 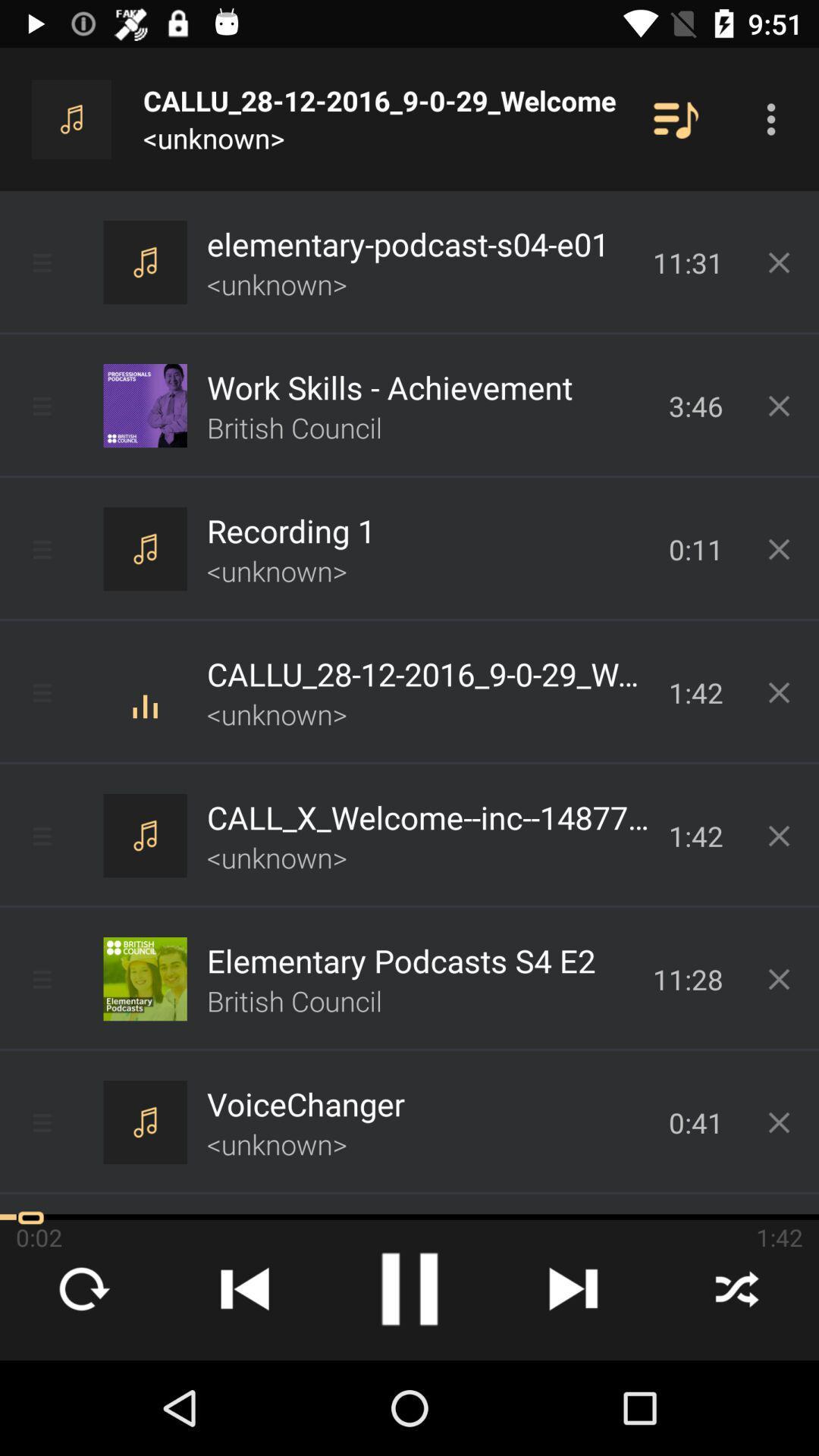 I want to click on the refresh icon, so click(x=82, y=1288).